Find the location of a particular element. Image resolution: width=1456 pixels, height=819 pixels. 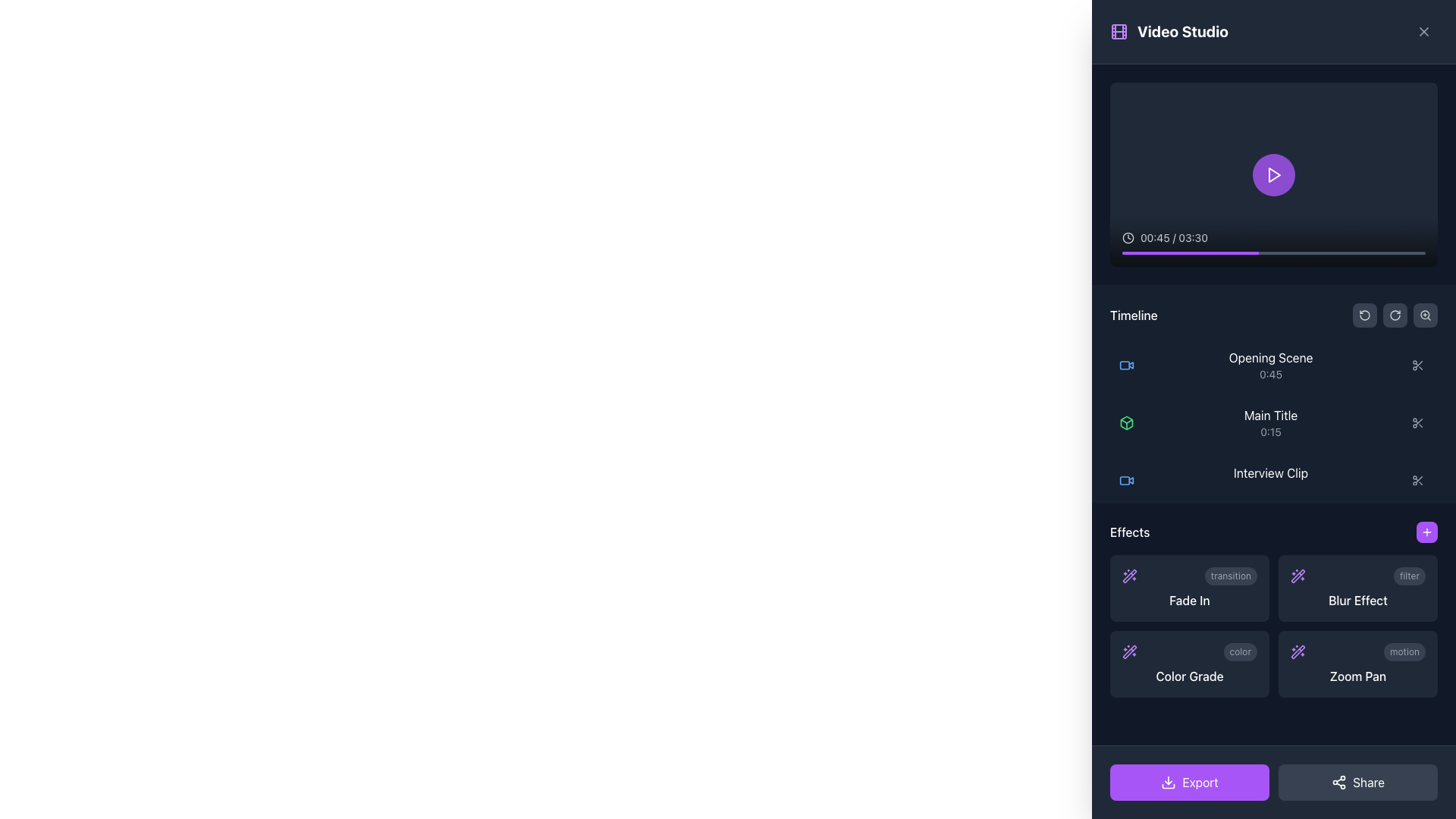

the third button with a dark gray background and a magnifying glass icon is located at coordinates (1425, 315).